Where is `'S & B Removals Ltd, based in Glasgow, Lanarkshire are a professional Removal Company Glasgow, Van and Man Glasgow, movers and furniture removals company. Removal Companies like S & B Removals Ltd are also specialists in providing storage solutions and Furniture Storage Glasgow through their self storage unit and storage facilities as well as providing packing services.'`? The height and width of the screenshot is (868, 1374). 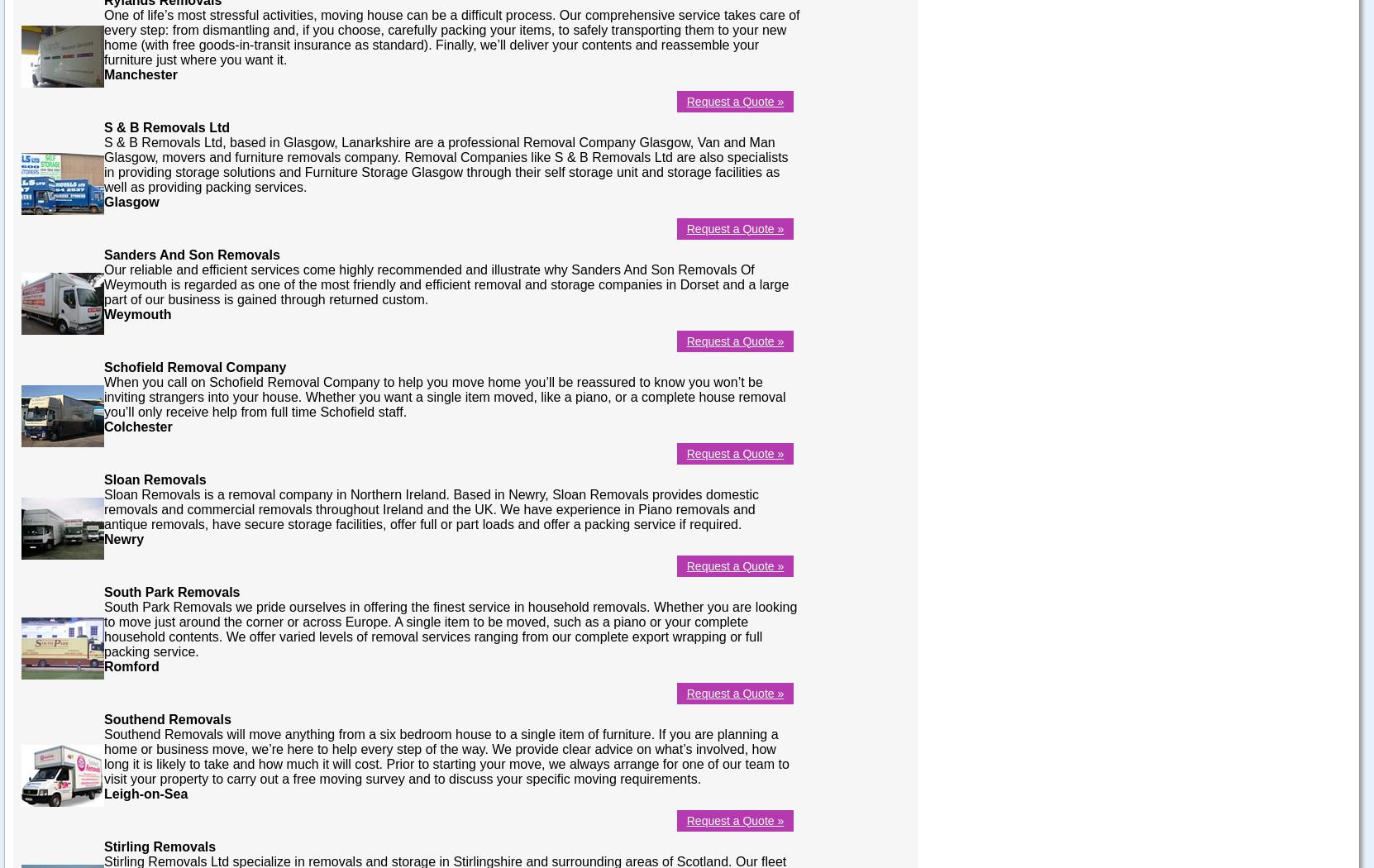
'S & B Removals Ltd, based in Glasgow, Lanarkshire are a professional Removal Company Glasgow, Van and Man Glasgow, movers and furniture removals company. Removal Companies like S & B Removals Ltd are also specialists in providing storage solutions and Furniture Storage Glasgow through their self storage unit and storage facilities as well as providing packing services.' is located at coordinates (103, 163).